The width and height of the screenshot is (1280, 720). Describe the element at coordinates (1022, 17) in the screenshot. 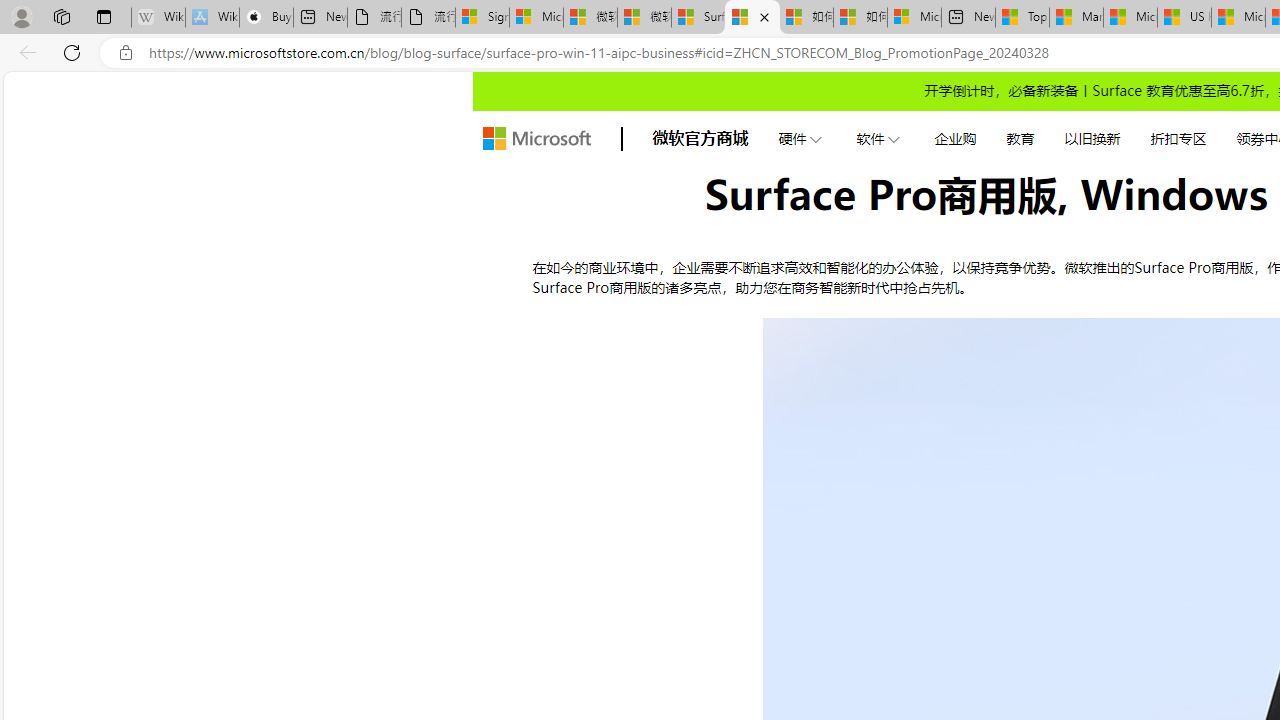

I see `'Top Stories - MSN'` at that location.